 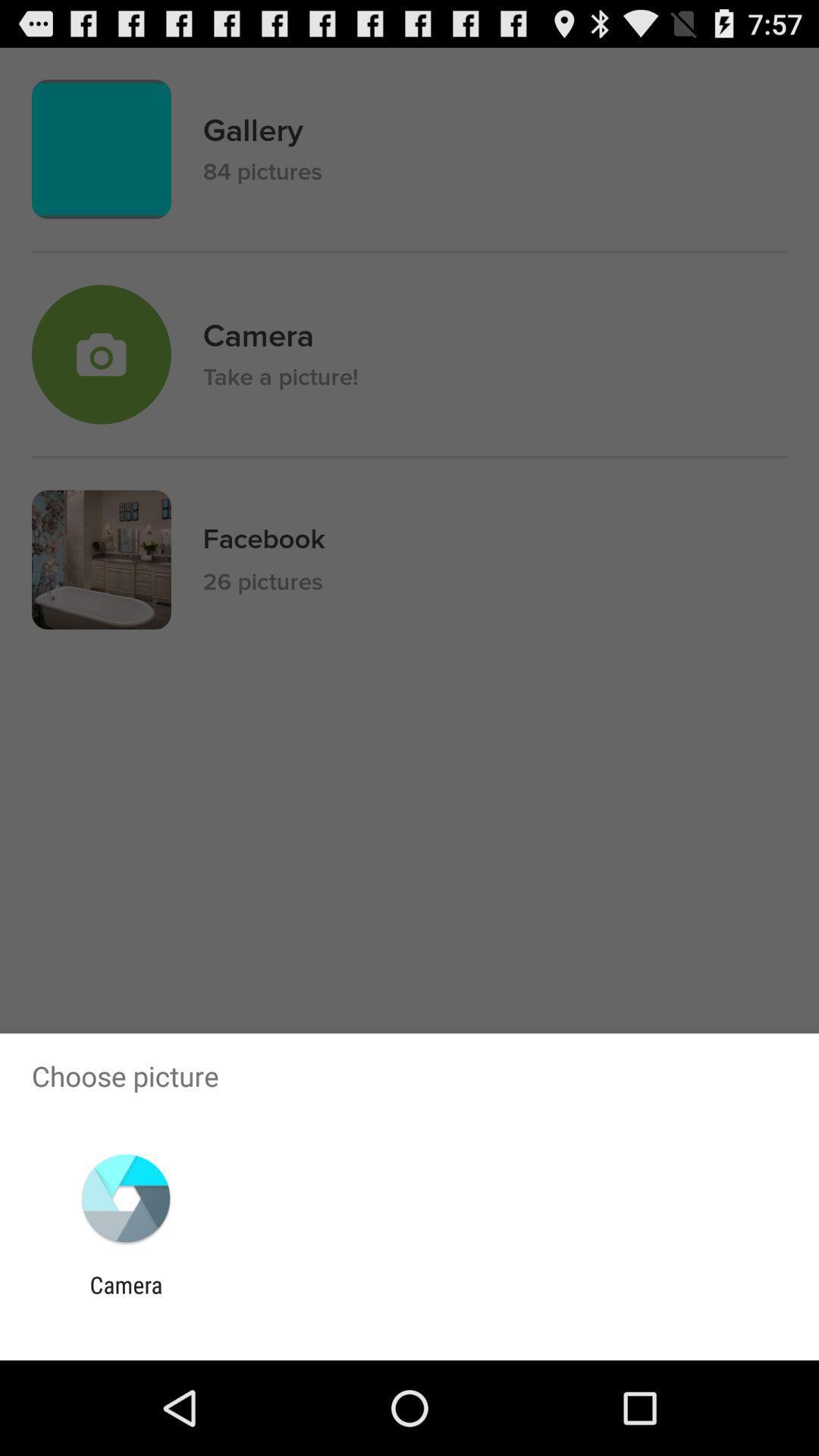 I want to click on the app below choose picture, so click(x=125, y=1197).